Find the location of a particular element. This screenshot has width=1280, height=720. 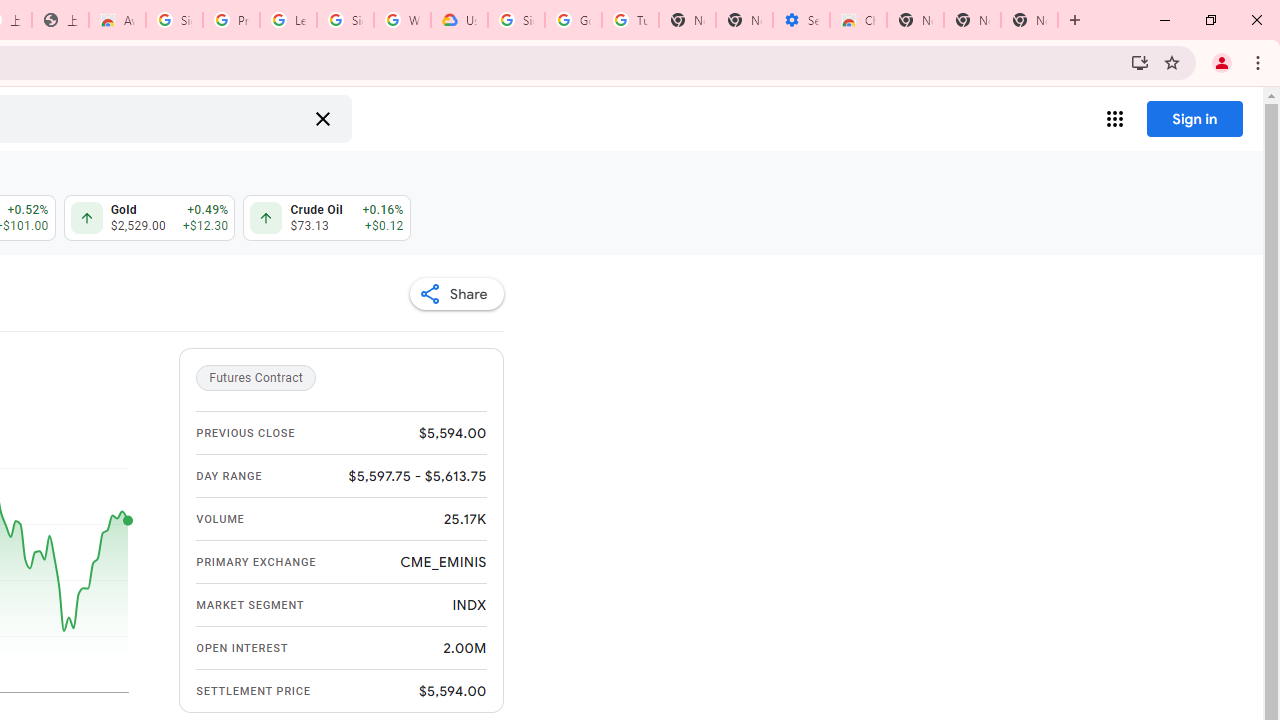

'Share' is located at coordinates (455, 294).